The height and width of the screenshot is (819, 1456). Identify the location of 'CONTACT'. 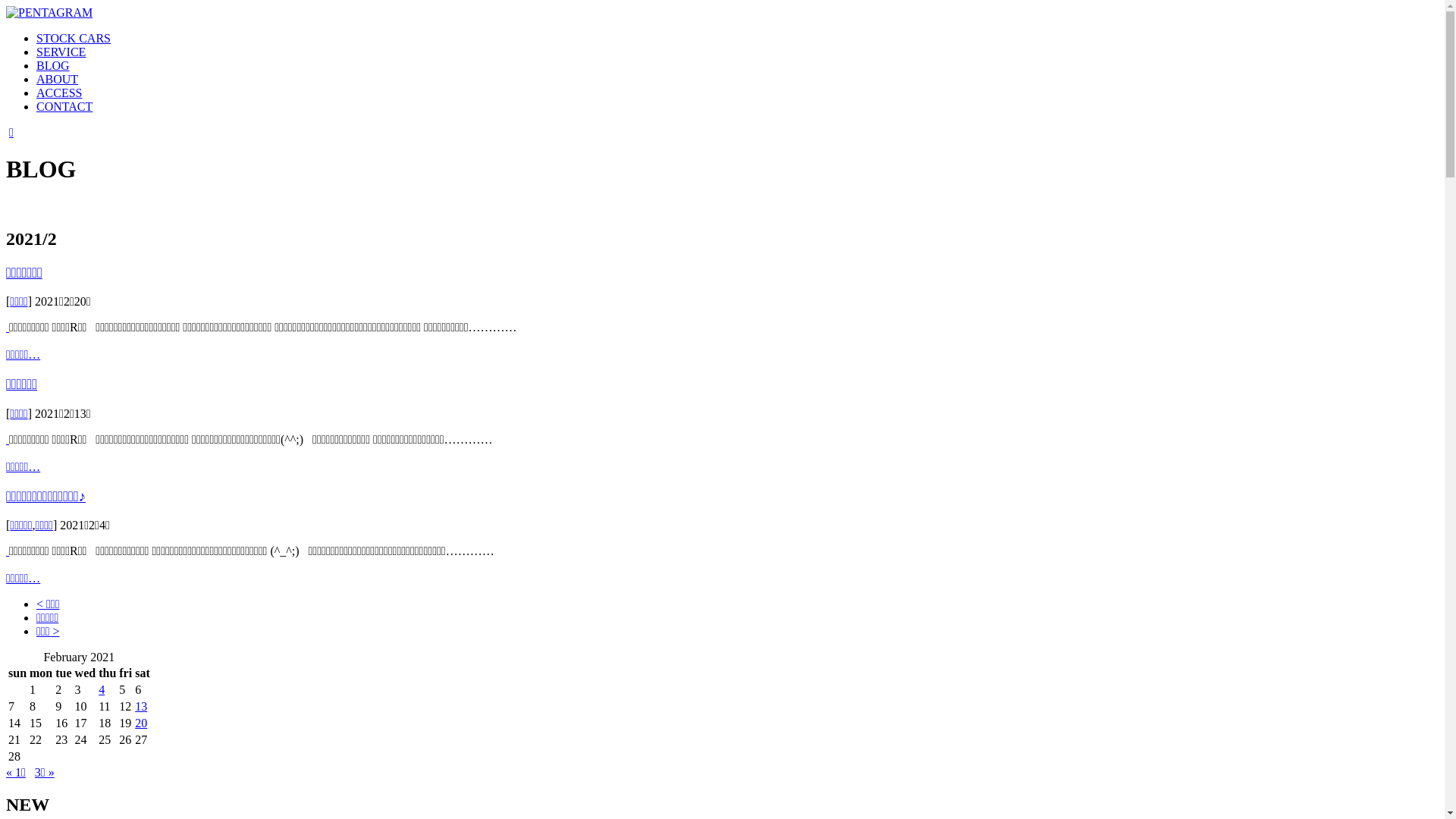
(64, 105).